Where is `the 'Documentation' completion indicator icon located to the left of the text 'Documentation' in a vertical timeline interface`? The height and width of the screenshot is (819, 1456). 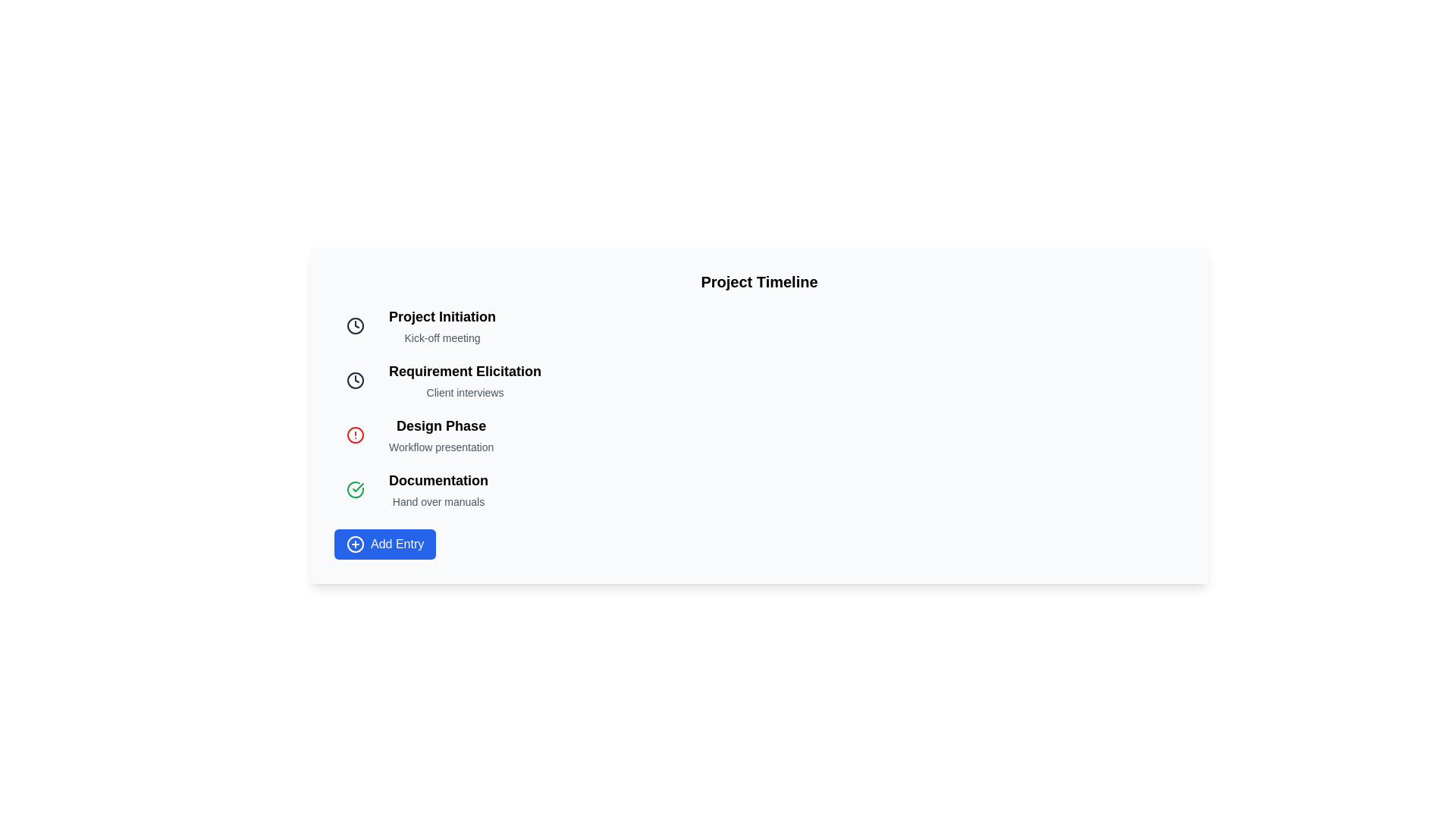
the 'Documentation' completion indicator icon located to the left of the text 'Documentation' in a vertical timeline interface is located at coordinates (355, 489).